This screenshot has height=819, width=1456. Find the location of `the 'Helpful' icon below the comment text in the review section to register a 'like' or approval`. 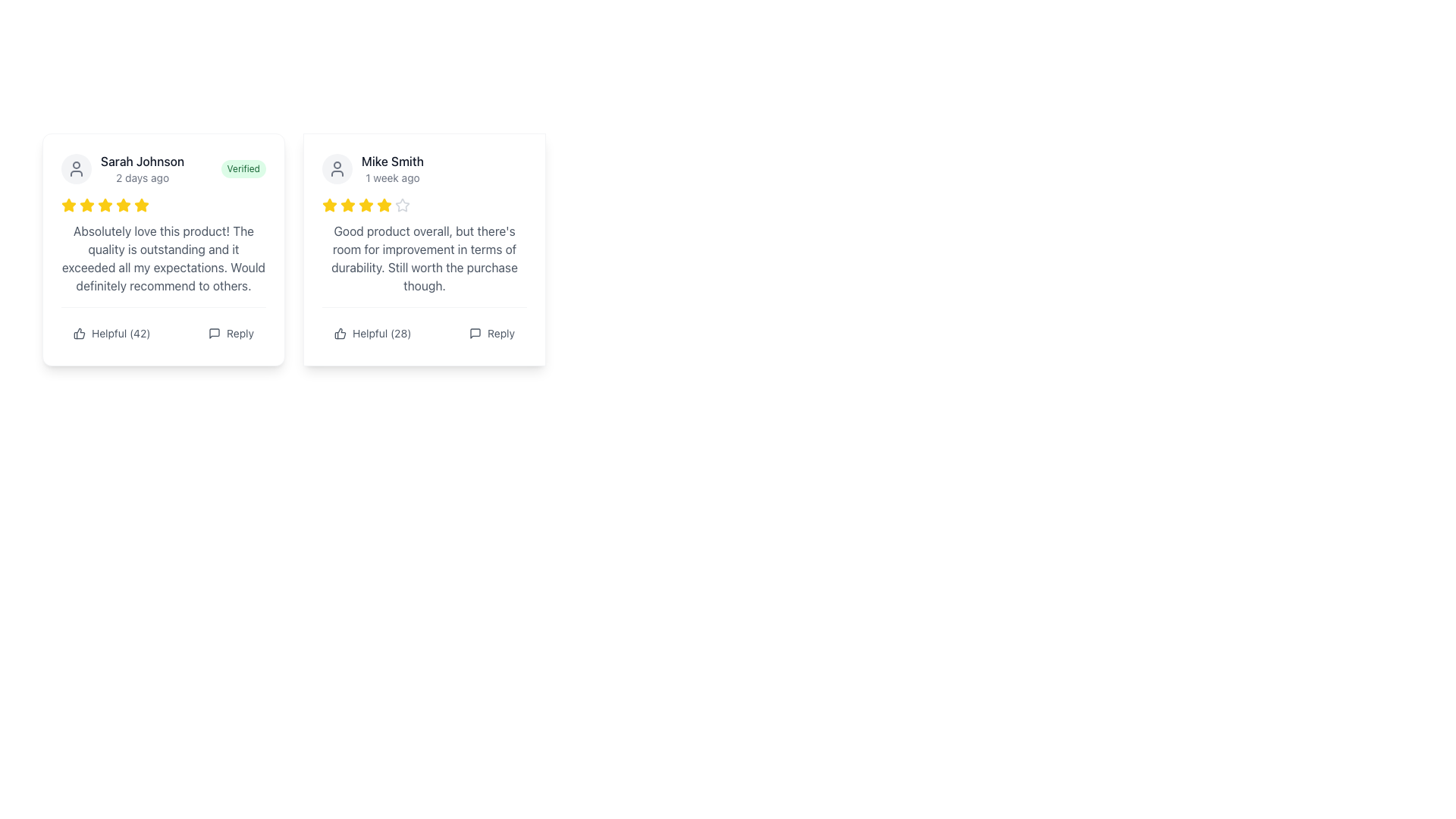

the 'Helpful' icon below the comment text in the review section to register a 'like' or approval is located at coordinates (79, 332).